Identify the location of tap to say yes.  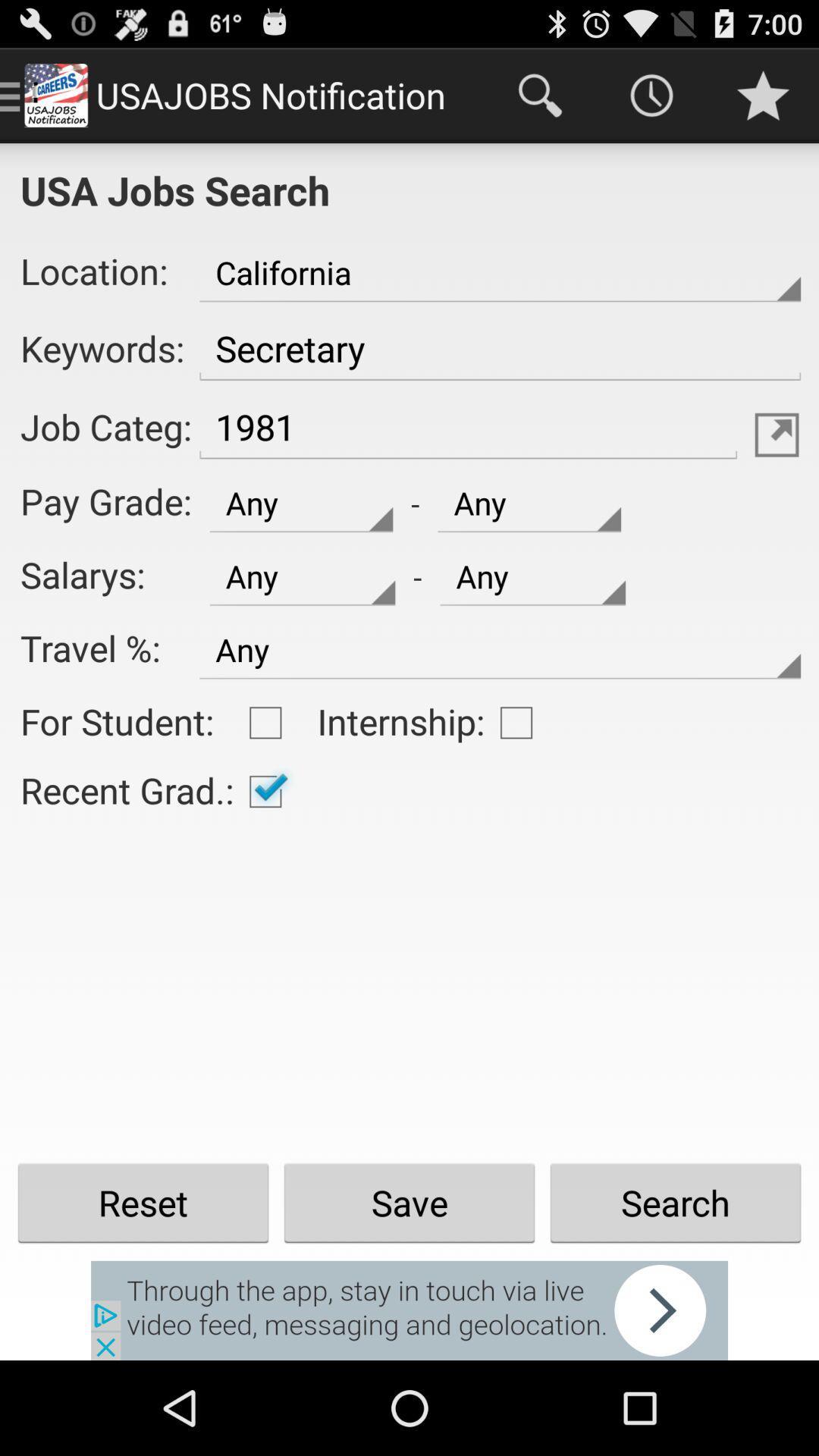
(265, 790).